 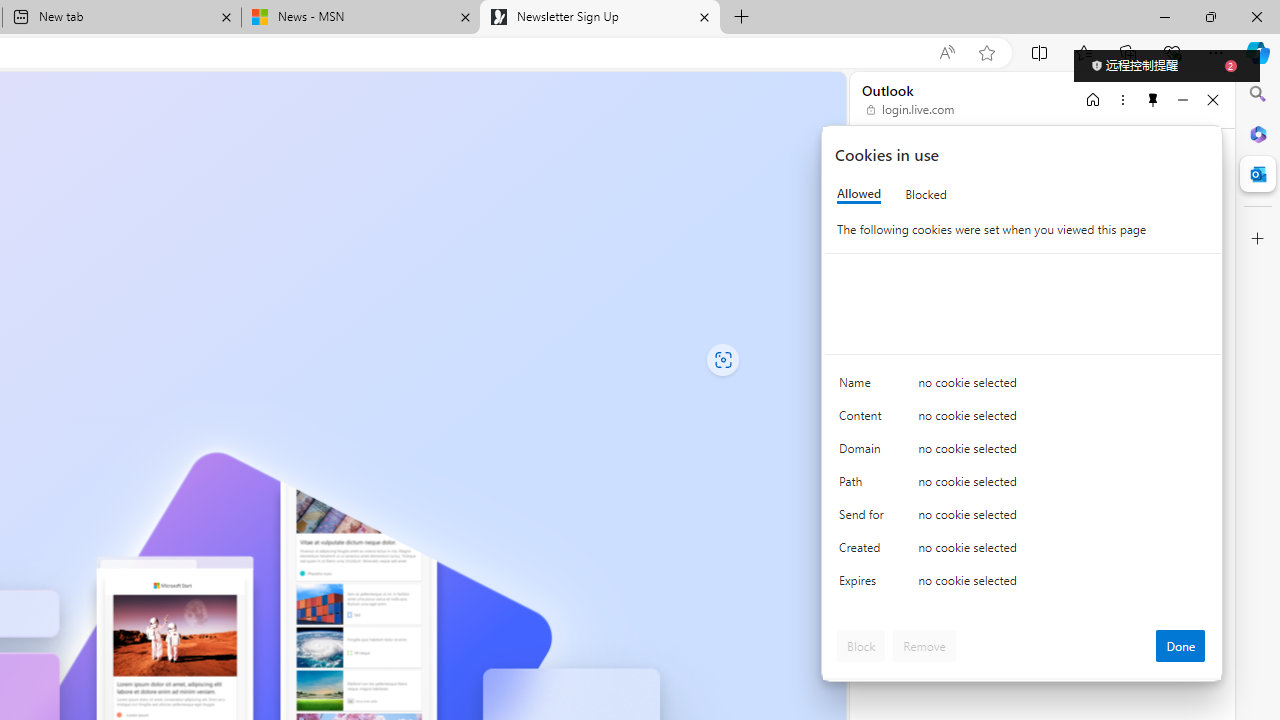 What do you see at coordinates (865, 518) in the screenshot?
I see `'Send for'` at bounding box center [865, 518].